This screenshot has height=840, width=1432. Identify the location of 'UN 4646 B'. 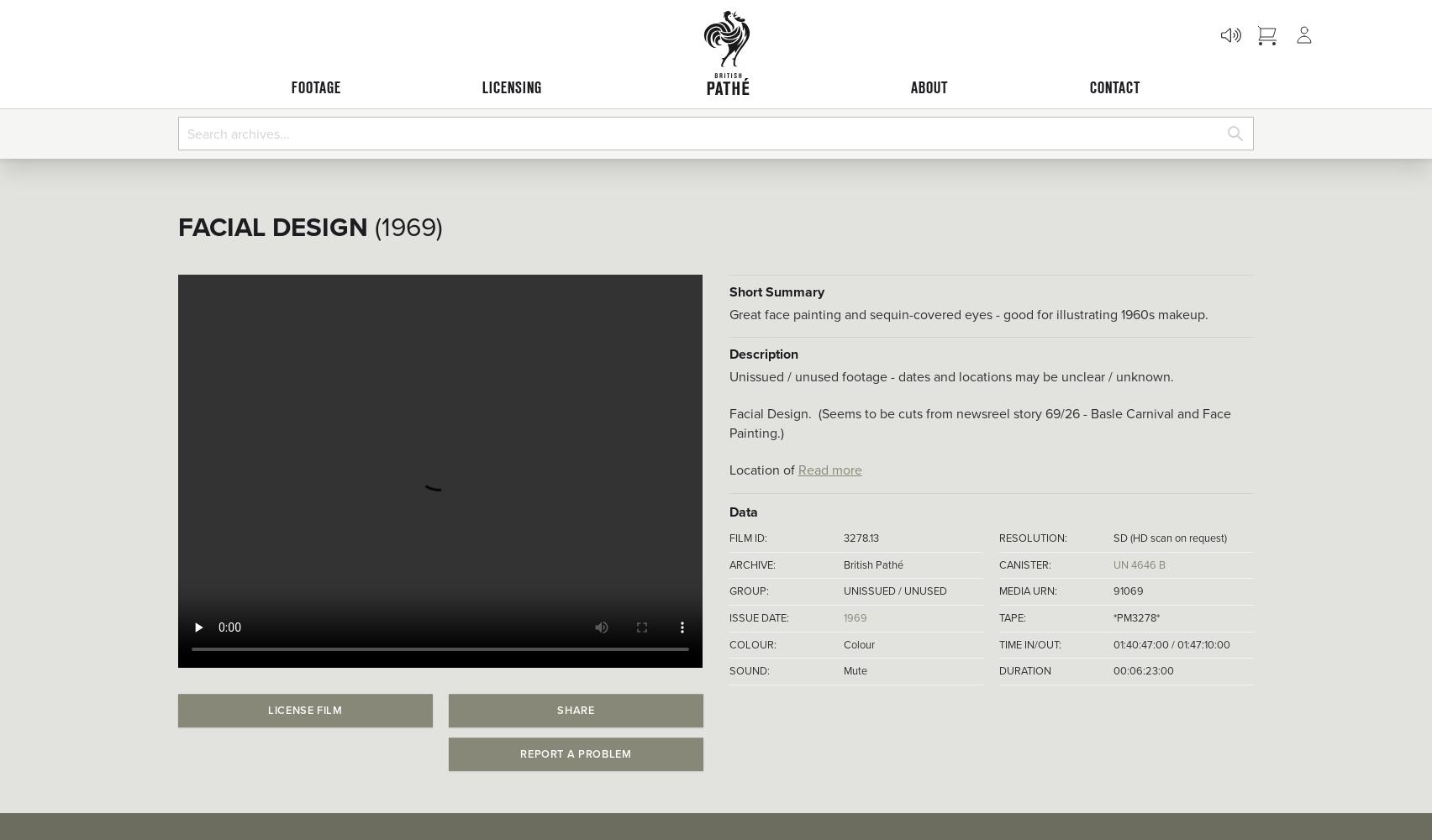
(1140, 564).